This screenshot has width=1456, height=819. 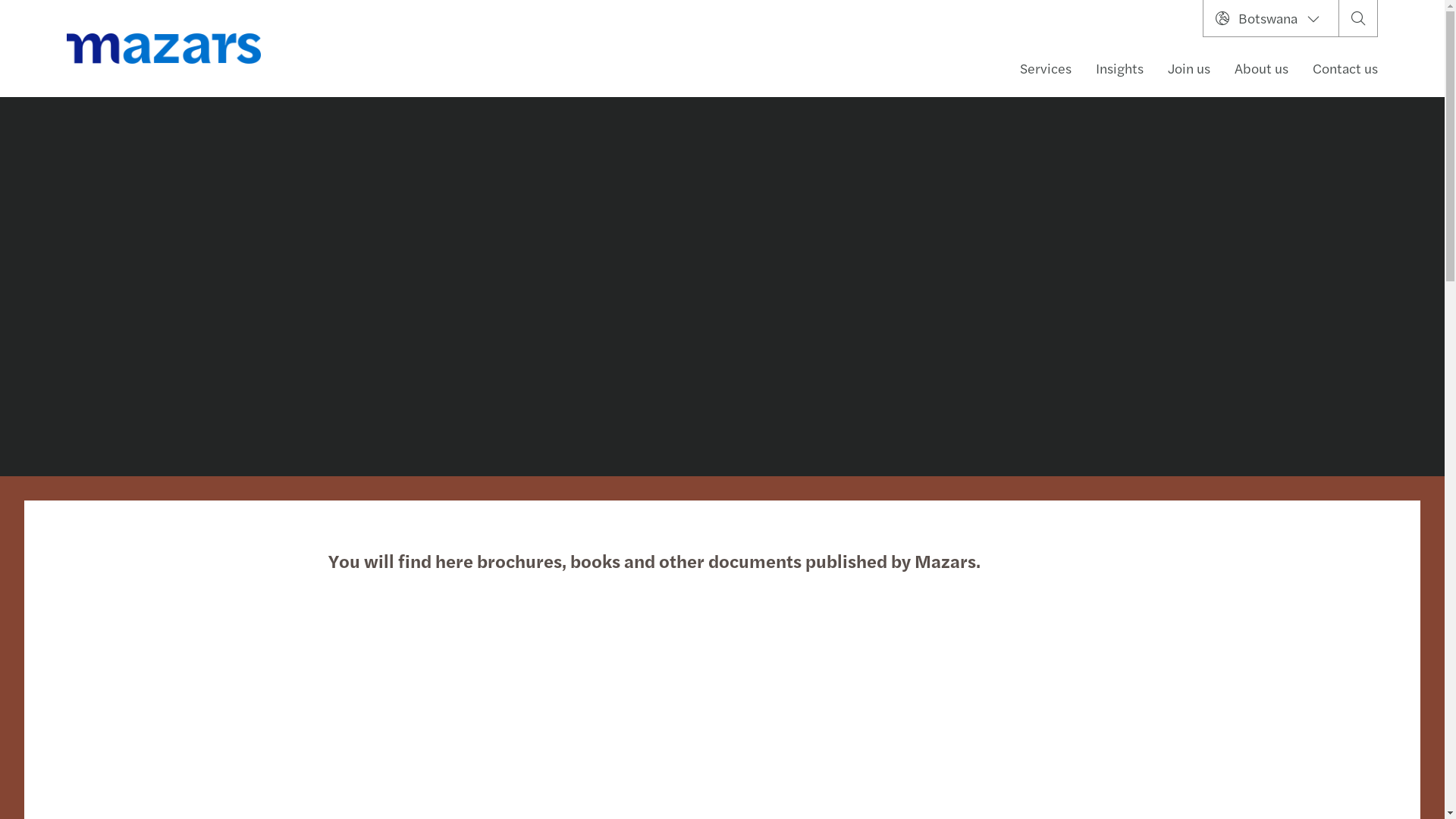 I want to click on 'Botswana', so click(x=1270, y=17).